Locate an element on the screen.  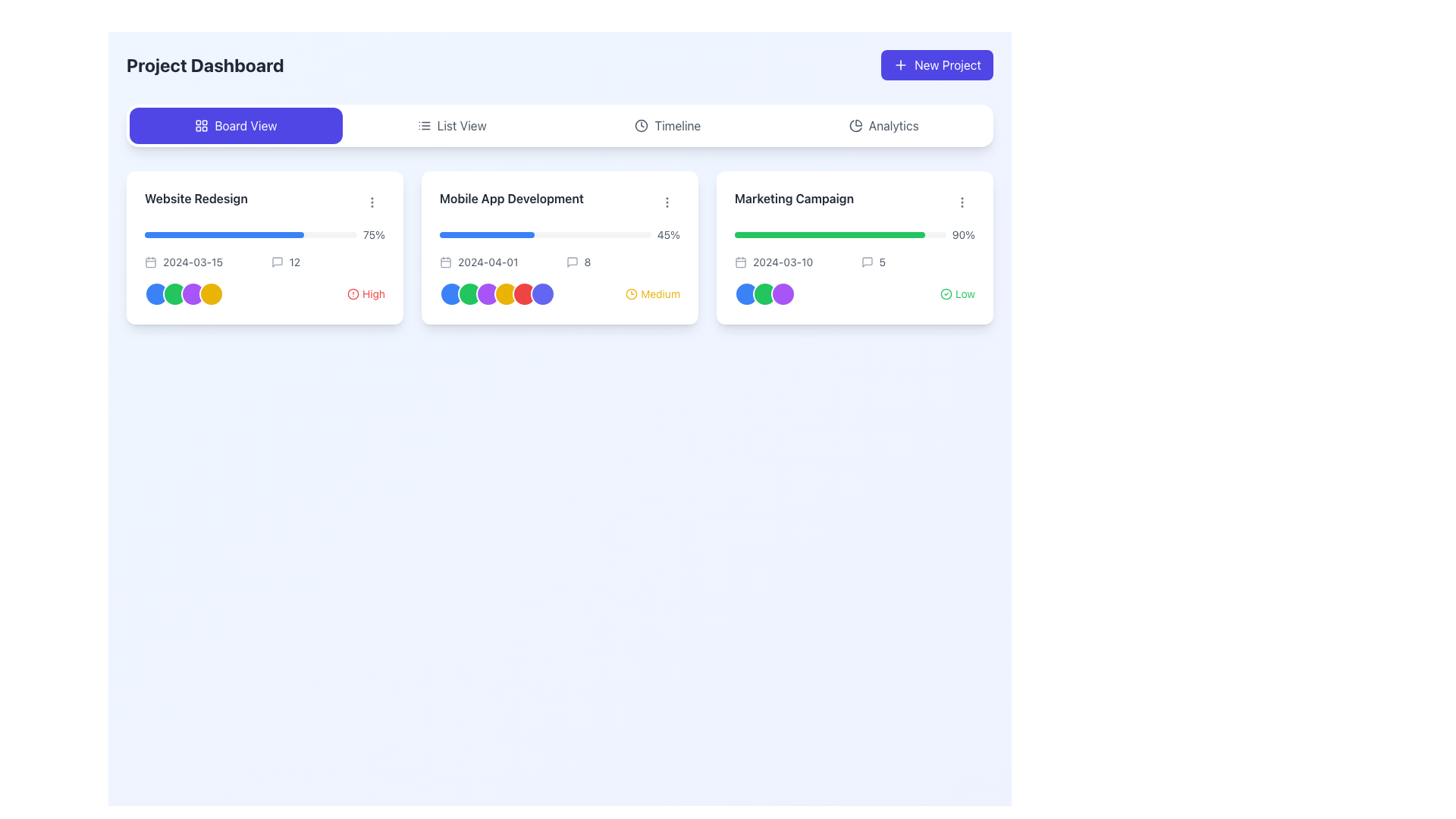
the 'Create New Project' button located in the top-right corner of the 'Project Dashboard' header to initiate the process of starting a new project is located at coordinates (937, 64).